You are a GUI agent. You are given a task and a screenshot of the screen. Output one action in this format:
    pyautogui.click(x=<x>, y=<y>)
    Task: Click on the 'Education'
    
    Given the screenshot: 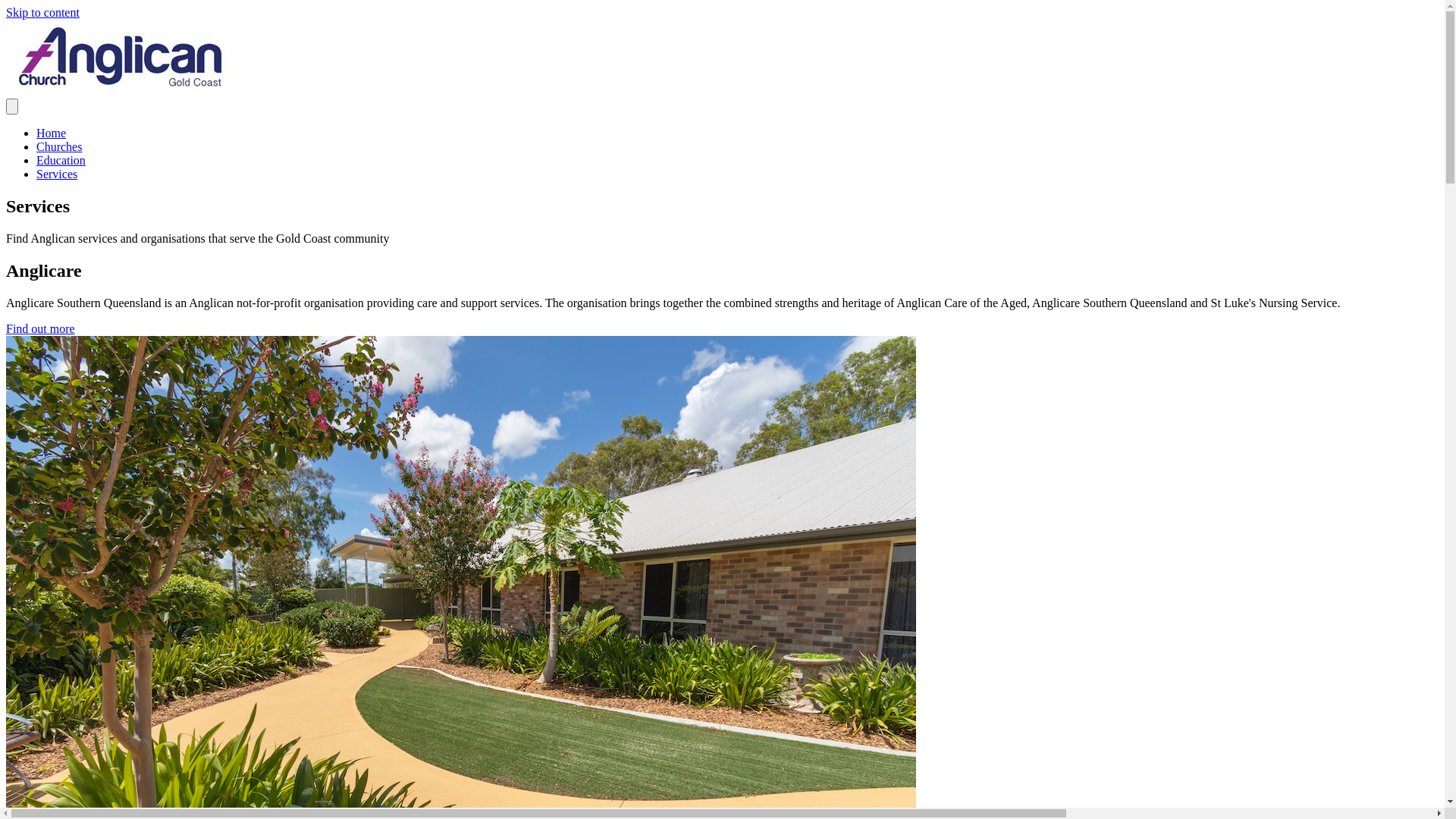 What is the action you would take?
    pyautogui.click(x=61, y=160)
    